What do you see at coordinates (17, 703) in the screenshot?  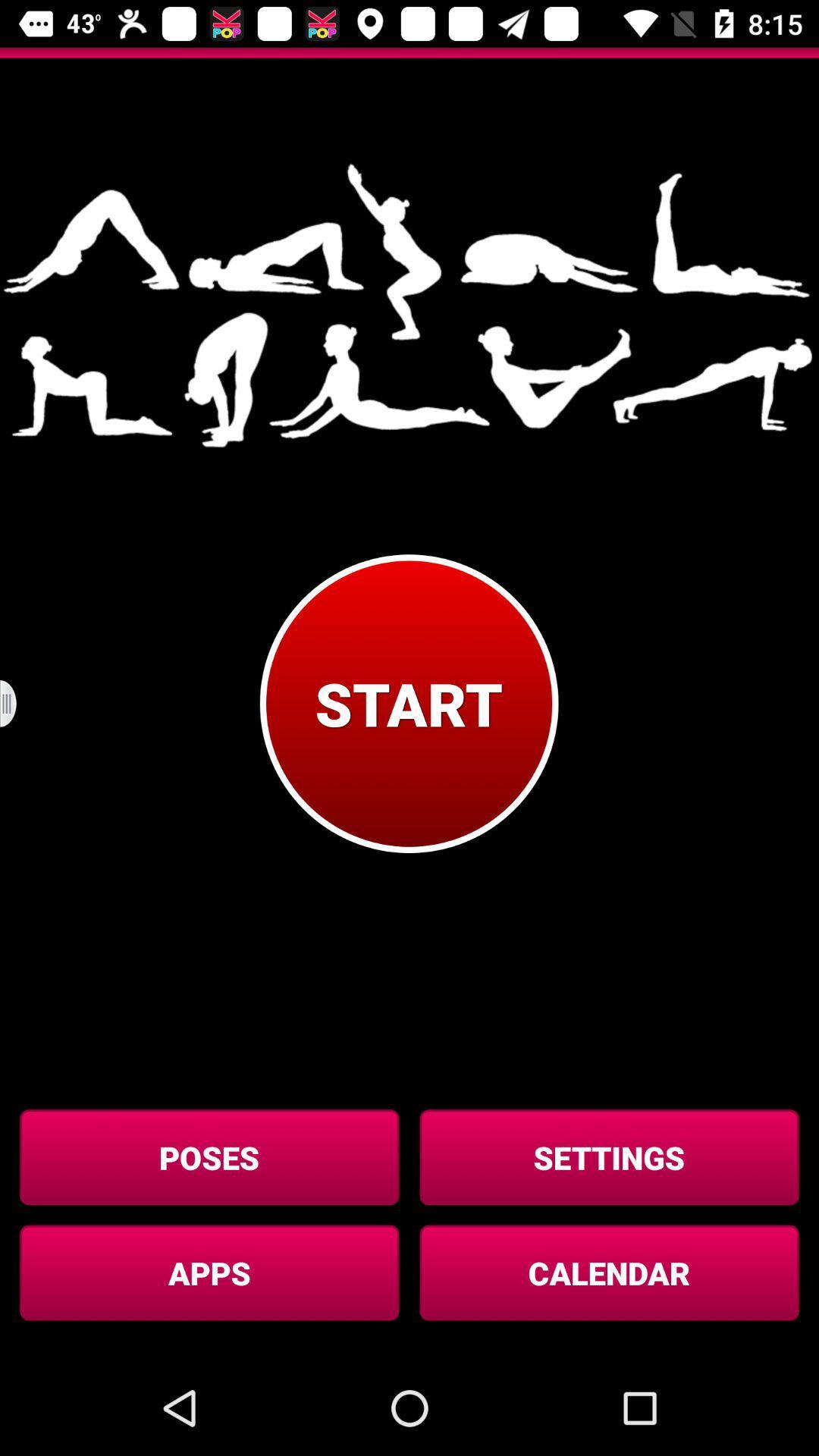 I see `button above the poses icon` at bounding box center [17, 703].